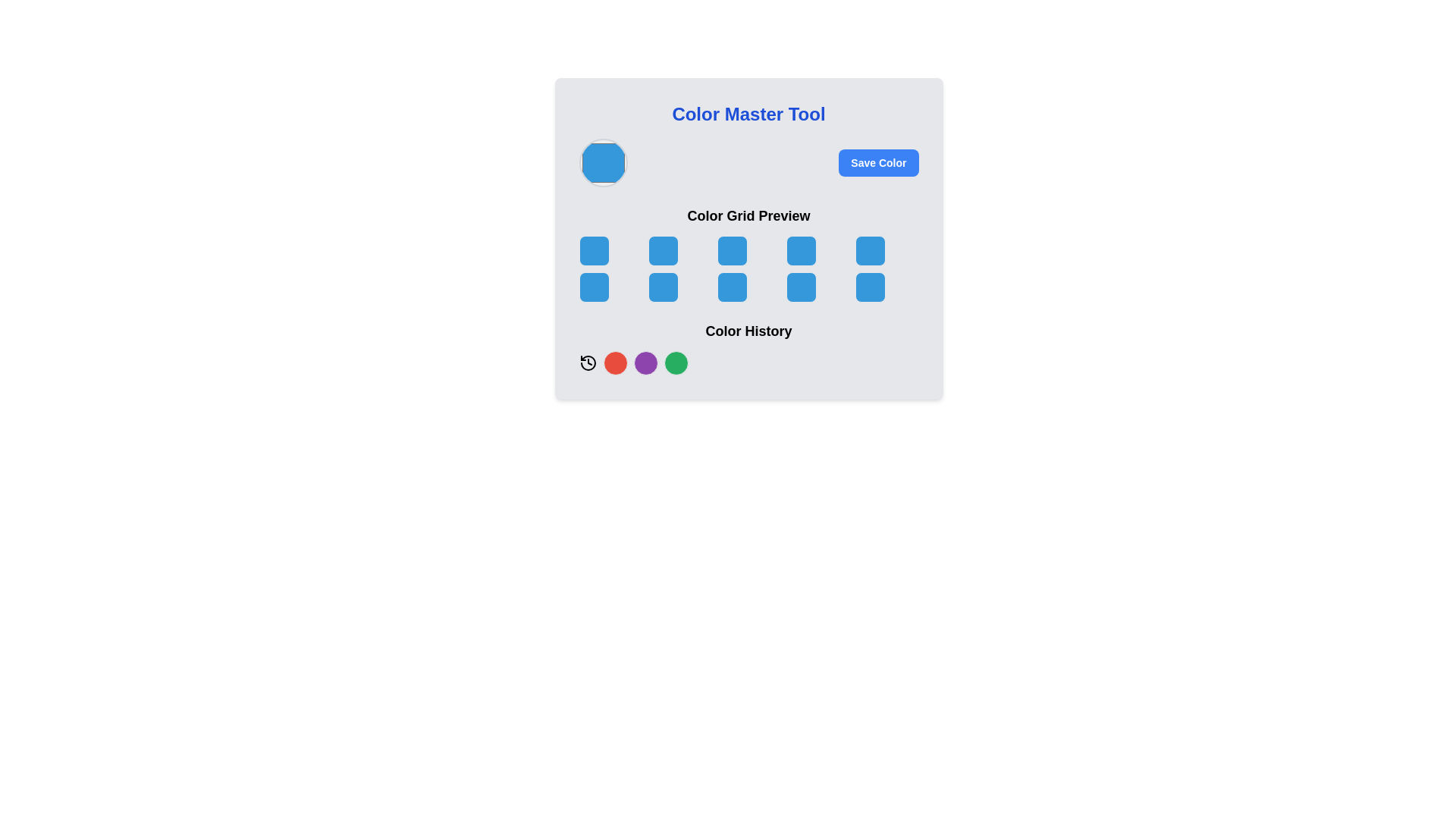 This screenshot has height=819, width=1456. What do you see at coordinates (587, 362) in the screenshot?
I see `the first circular icon in the 'Color History' section` at bounding box center [587, 362].